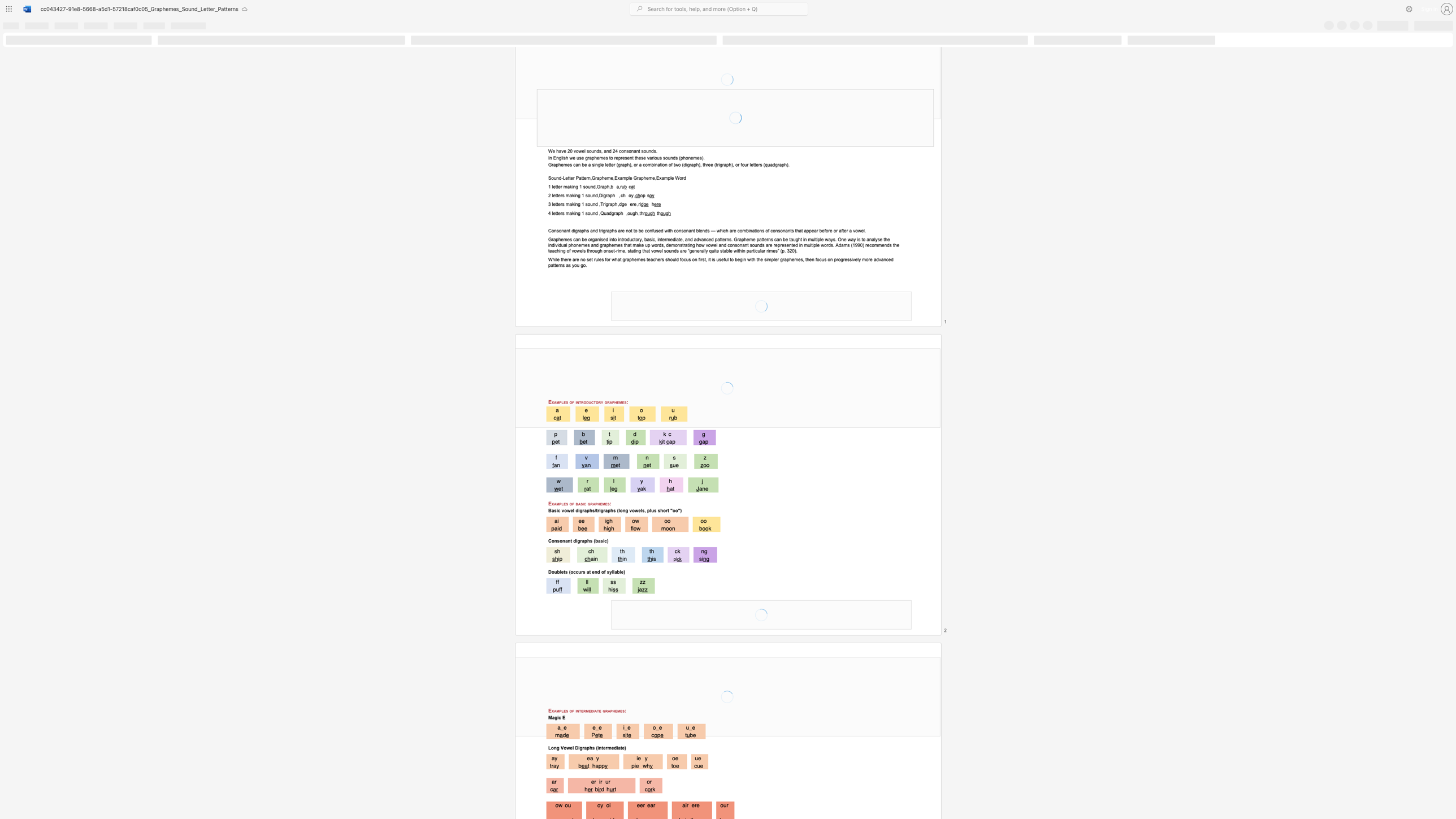 The image size is (1456, 819). Describe the element at coordinates (578, 151) in the screenshot. I see `the space between the continuous character "o" and "w" in the text` at that location.